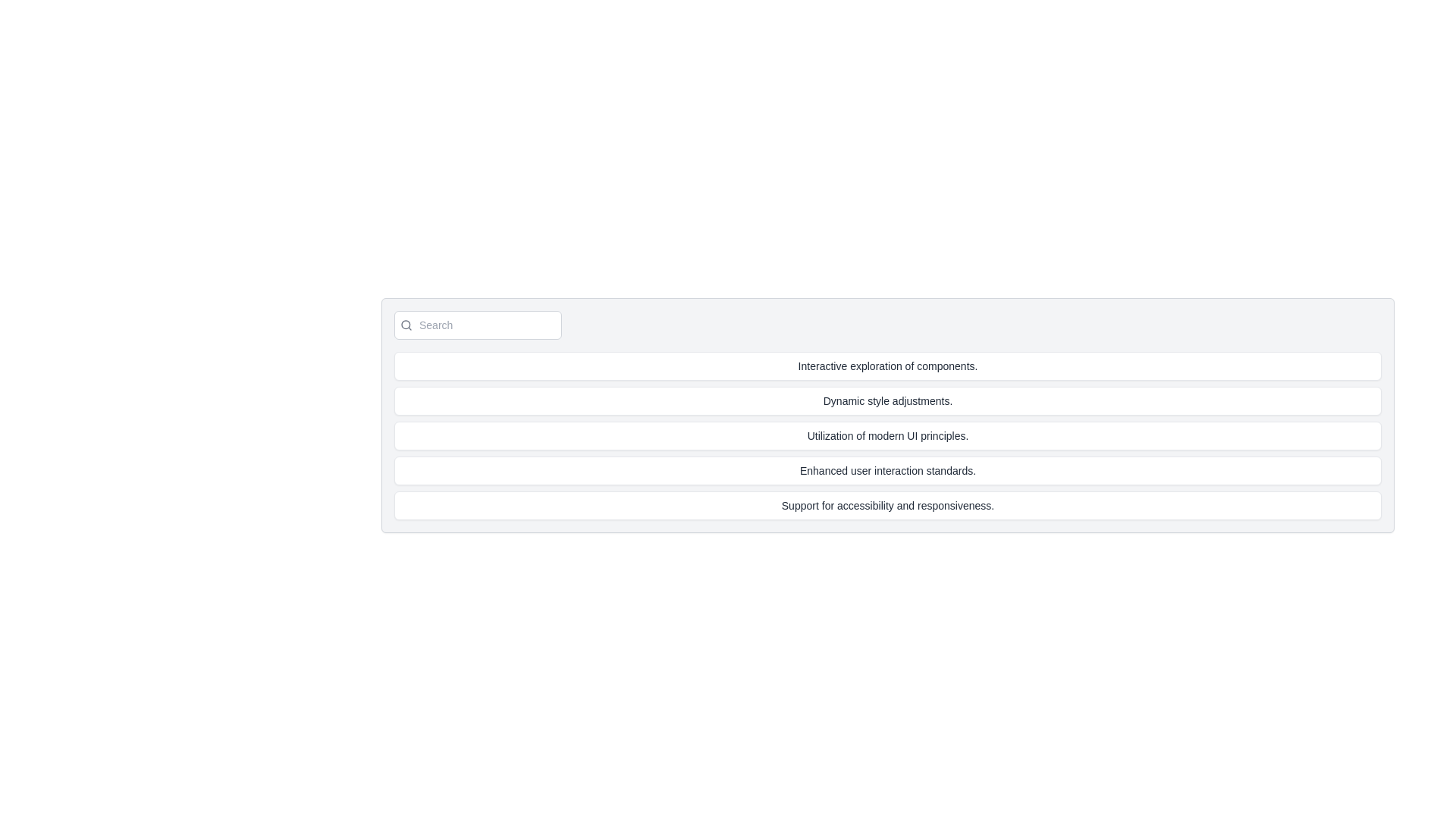 The image size is (1456, 819). I want to click on the text containing the character 'a' in the string 'Support for accessibility and responsiveness.' which is the 19th character, so click(831, 506).